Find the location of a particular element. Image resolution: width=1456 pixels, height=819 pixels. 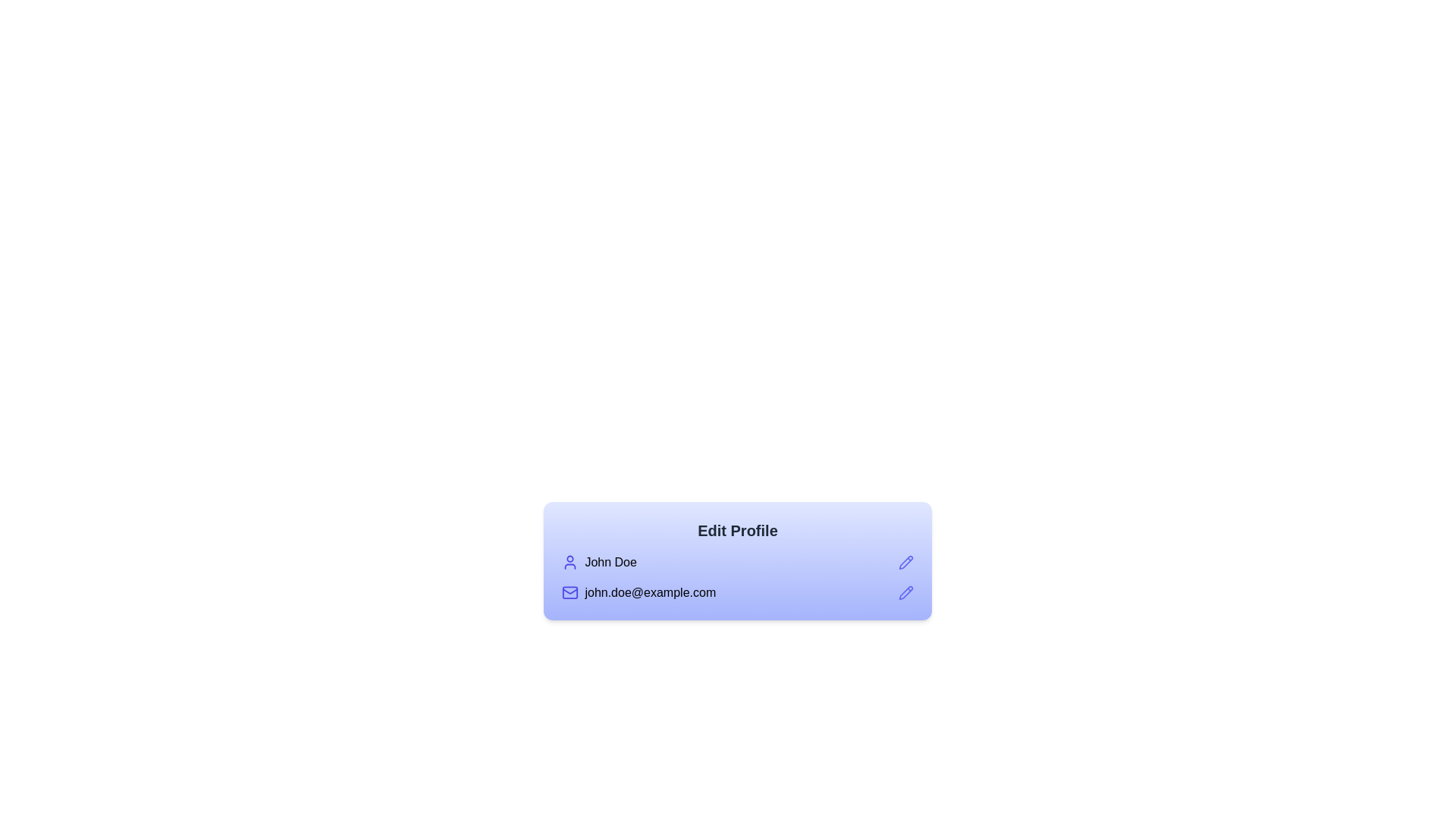

the 'edit' icon located on the right side of the 'Edit Profile' box is located at coordinates (906, 562).